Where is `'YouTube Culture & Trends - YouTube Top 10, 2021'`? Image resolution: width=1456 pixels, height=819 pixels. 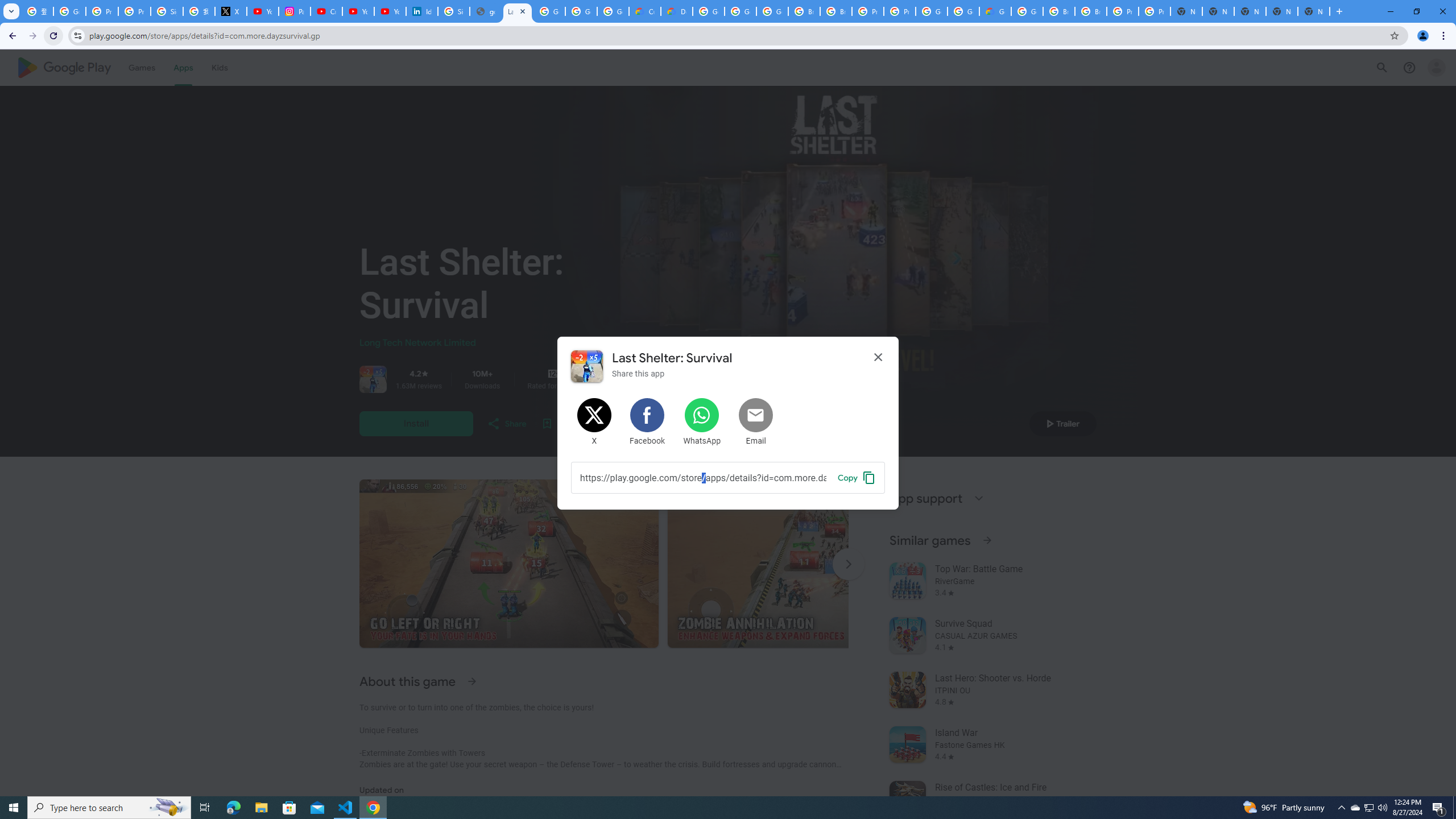
'YouTube Culture & Trends - YouTube Top 10, 2021' is located at coordinates (390, 11).